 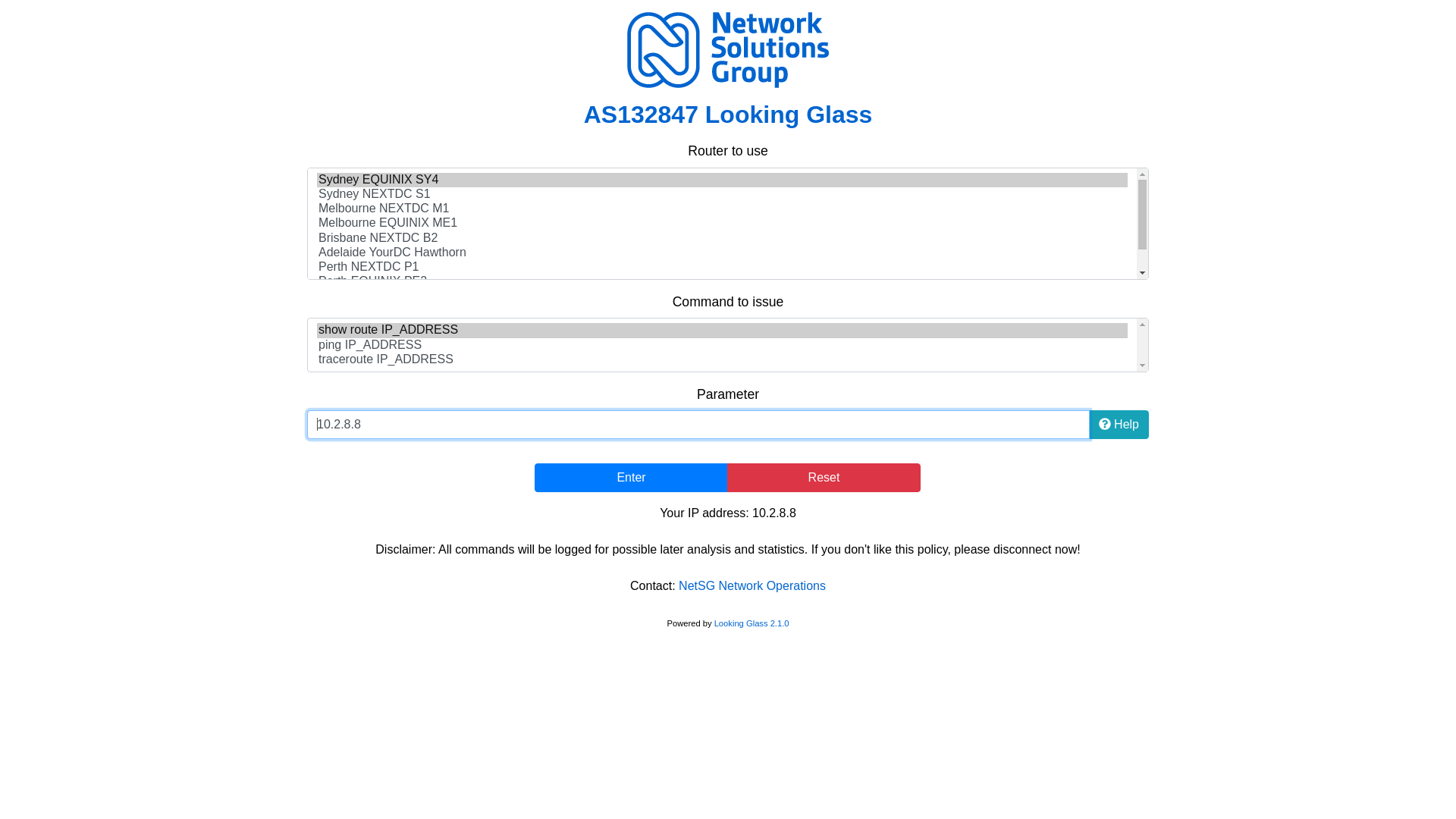 What do you see at coordinates (1087, 424) in the screenshot?
I see `'Help'` at bounding box center [1087, 424].